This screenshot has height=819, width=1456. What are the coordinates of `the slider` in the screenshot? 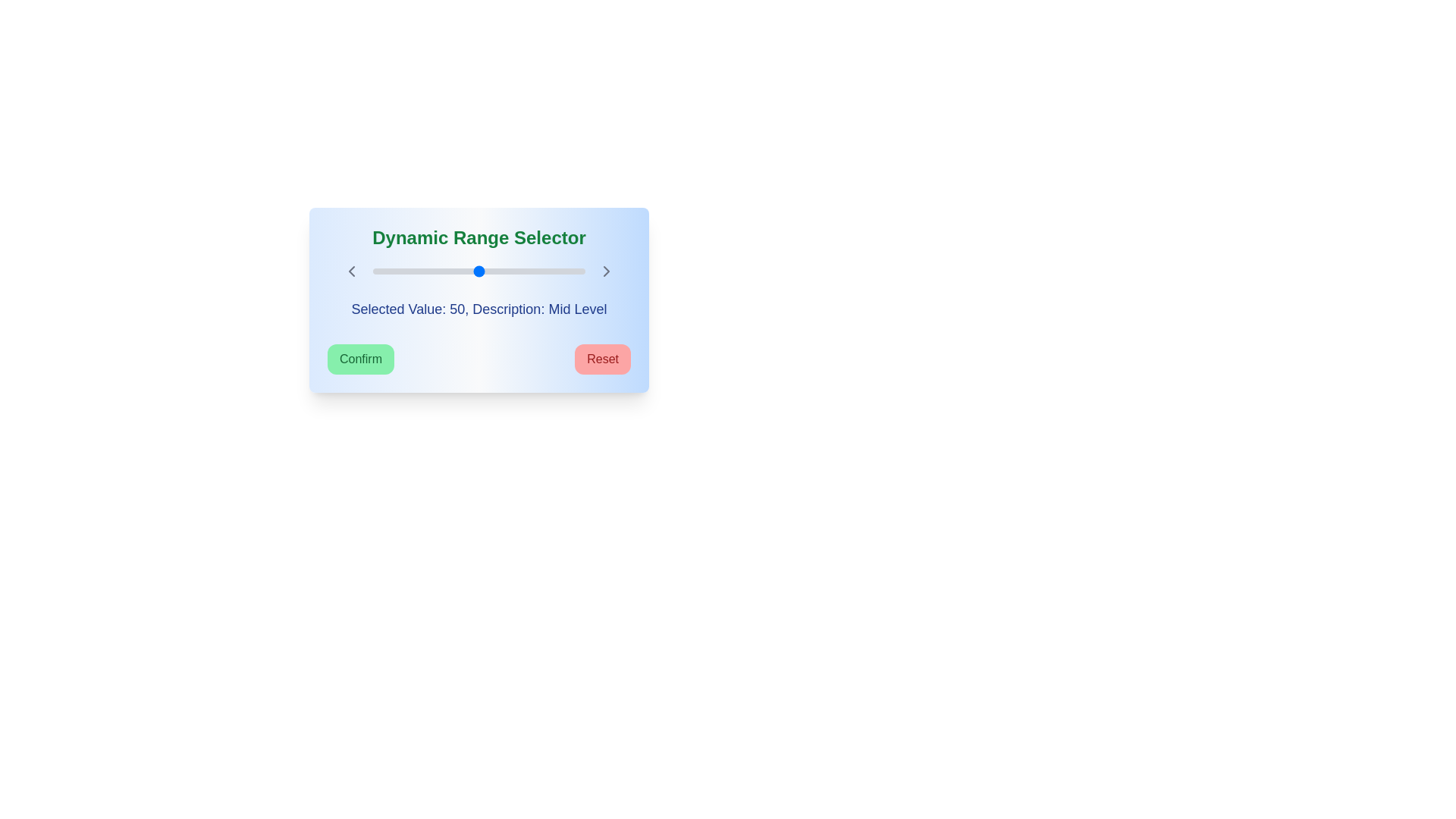 It's located at (530, 271).